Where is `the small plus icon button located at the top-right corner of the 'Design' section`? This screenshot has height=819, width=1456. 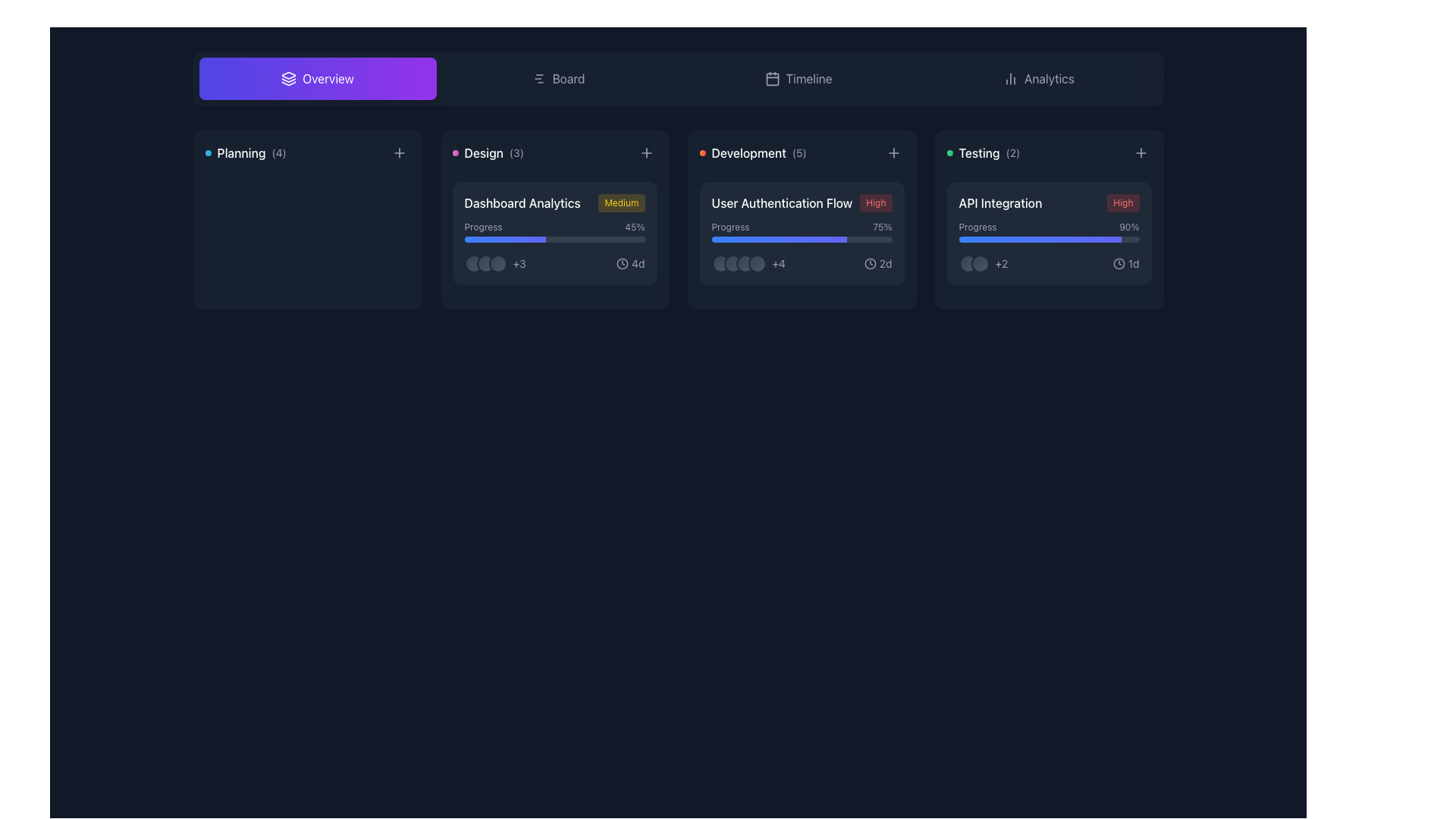
the small plus icon button located at the top-right corner of the 'Design' section is located at coordinates (646, 152).